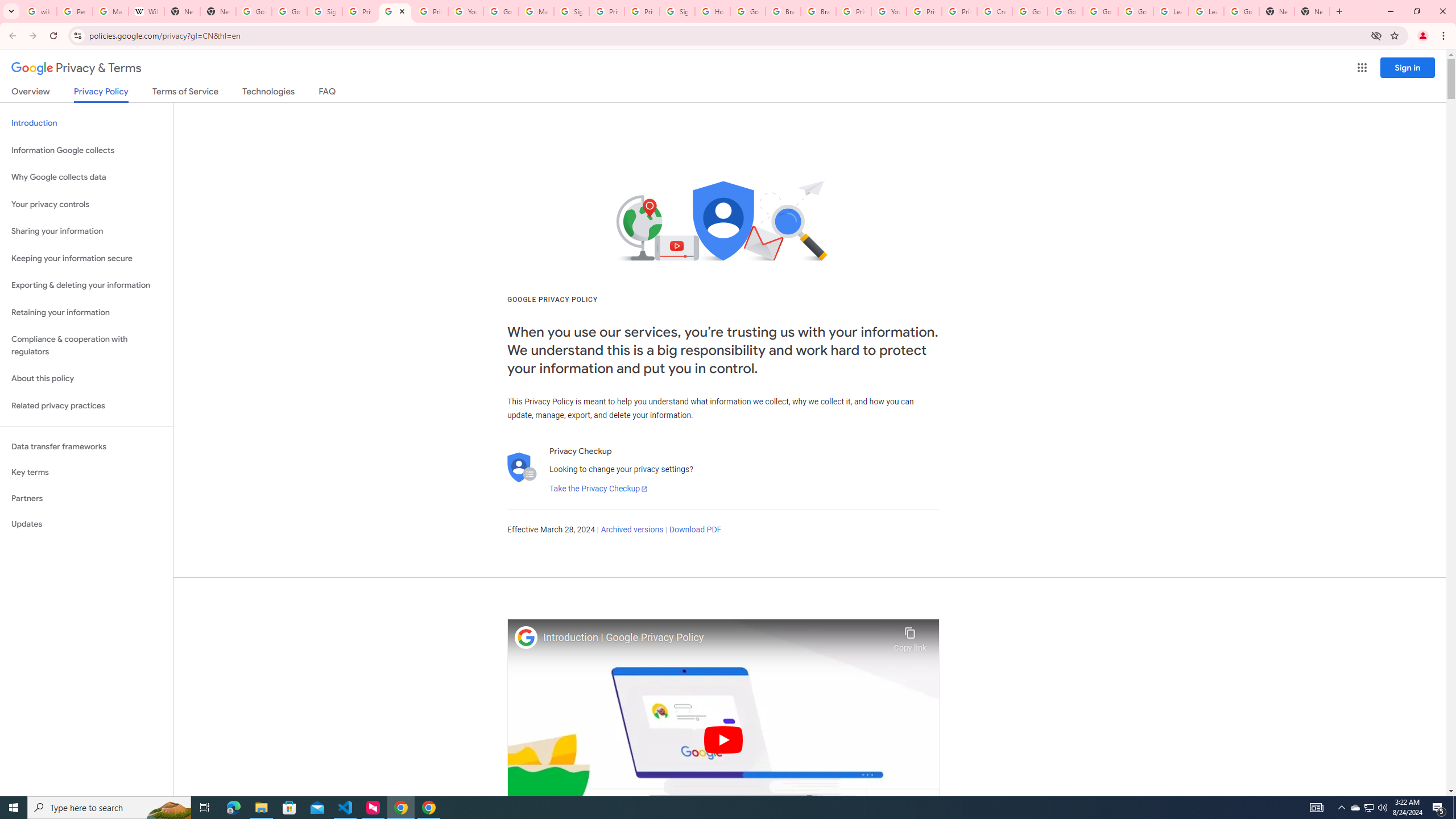 The height and width of the screenshot is (819, 1456). What do you see at coordinates (783, 11) in the screenshot?
I see `'Brand Resource Center'` at bounding box center [783, 11].